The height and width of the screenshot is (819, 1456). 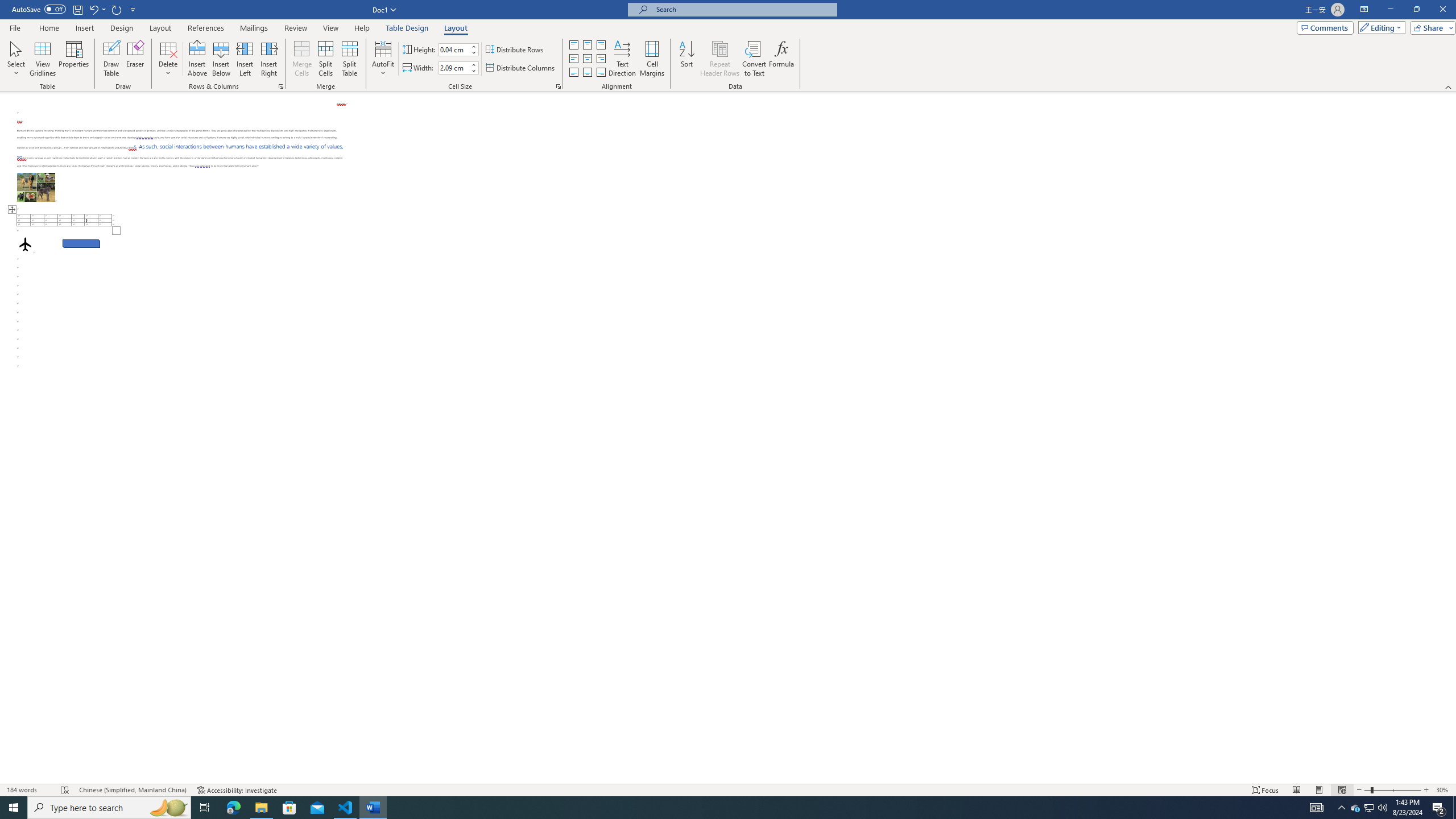 What do you see at coordinates (331, 28) in the screenshot?
I see `'View'` at bounding box center [331, 28].